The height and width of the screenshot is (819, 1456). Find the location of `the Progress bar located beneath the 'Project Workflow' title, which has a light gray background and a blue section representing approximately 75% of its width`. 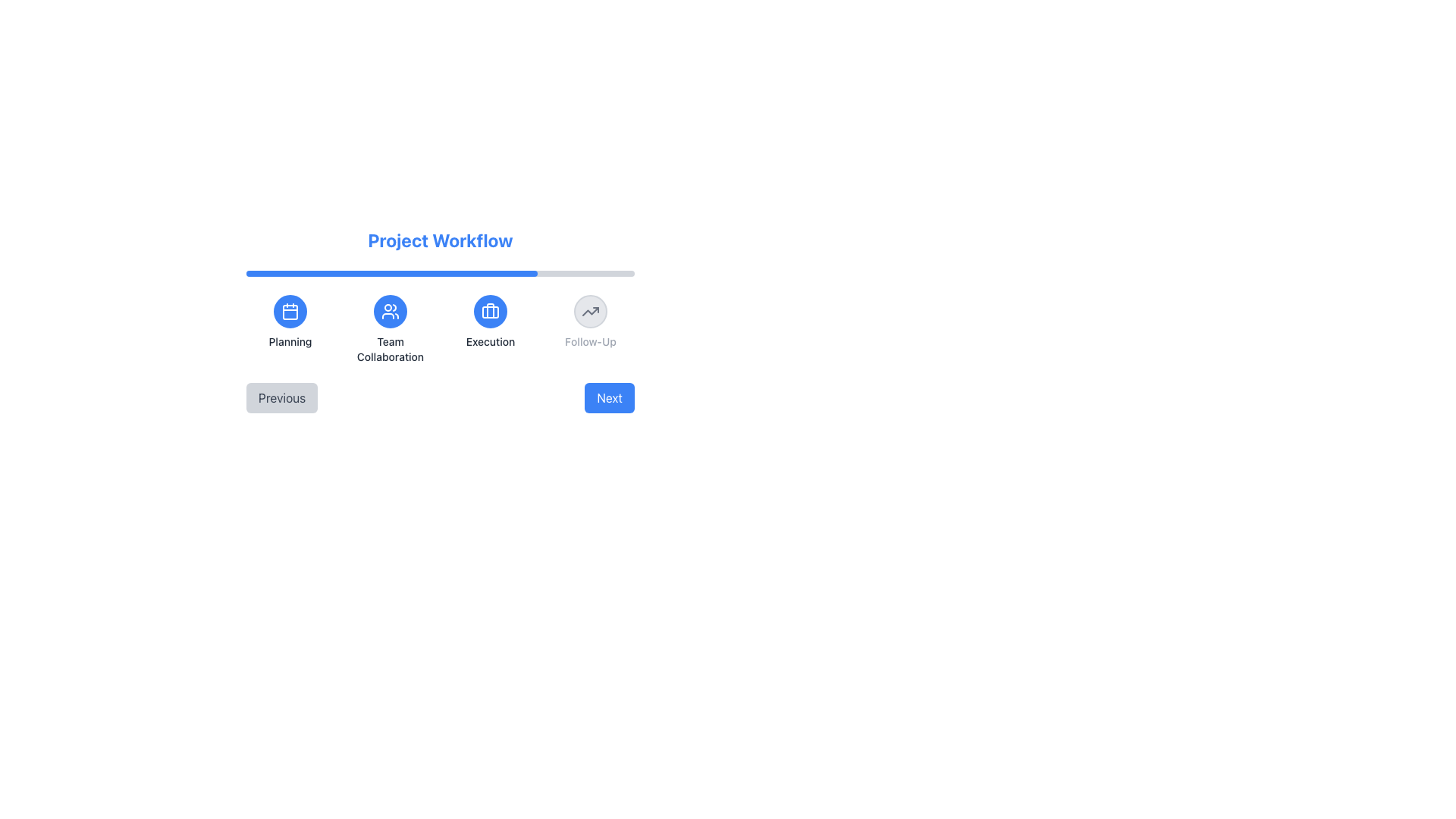

the Progress bar located beneath the 'Project Workflow' title, which has a light gray background and a blue section representing approximately 75% of its width is located at coordinates (439, 274).